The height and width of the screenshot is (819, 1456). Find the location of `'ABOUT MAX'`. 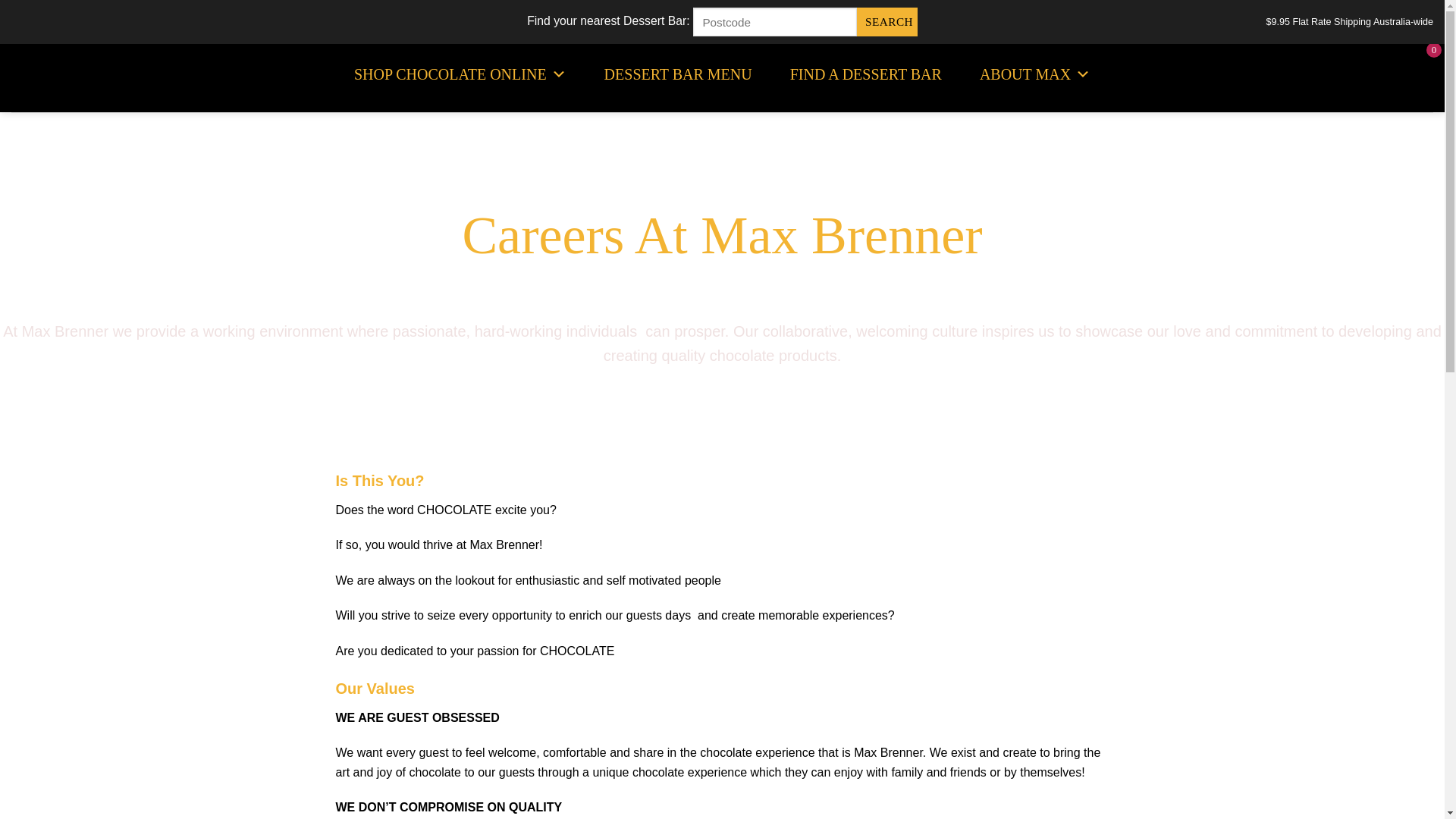

'ABOUT MAX' is located at coordinates (1034, 74).